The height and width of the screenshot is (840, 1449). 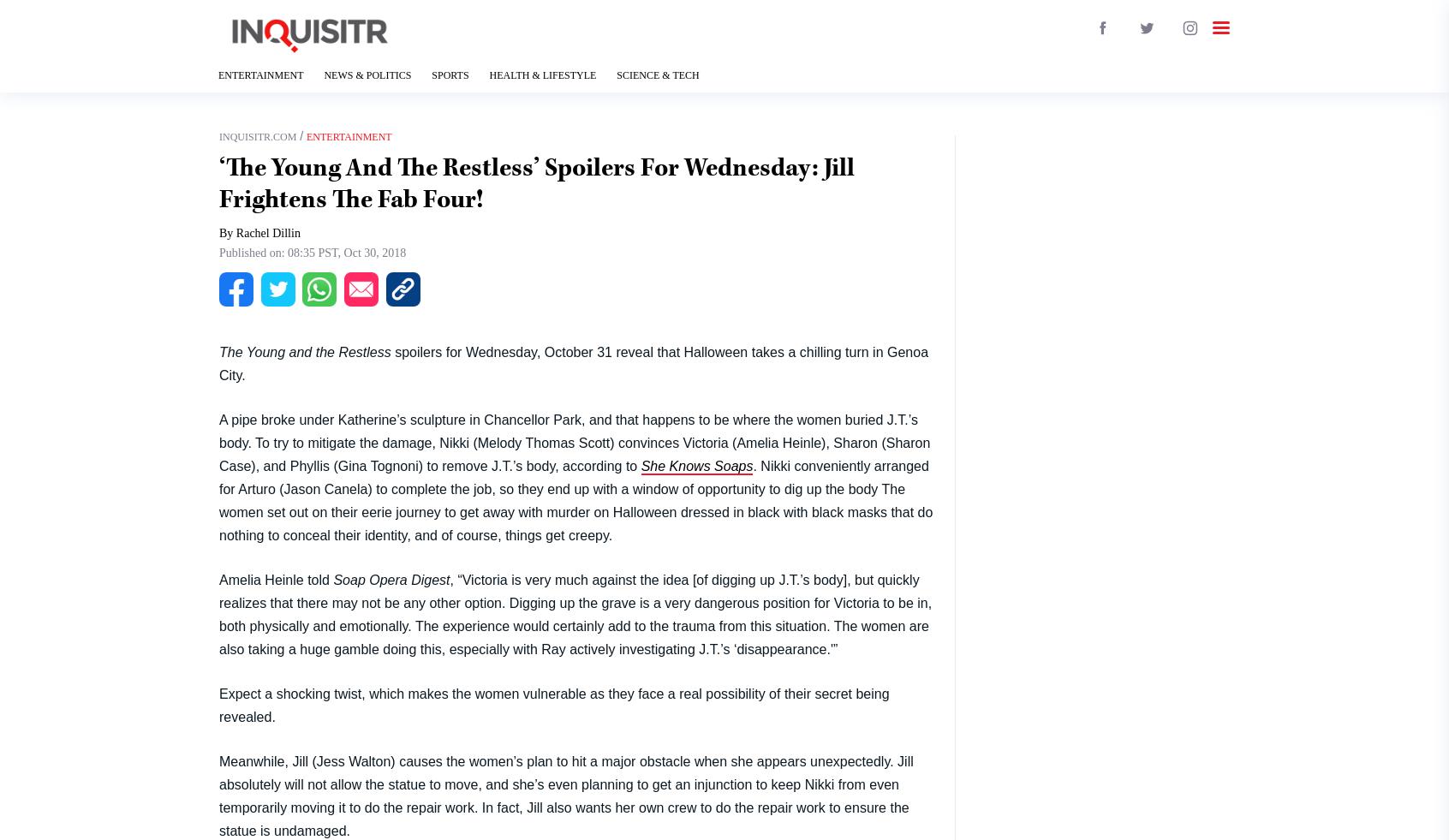 What do you see at coordinates (391, 579) in the screenshot?
I see `'Soap Opera Digest'` at bounding box center [391, 579].